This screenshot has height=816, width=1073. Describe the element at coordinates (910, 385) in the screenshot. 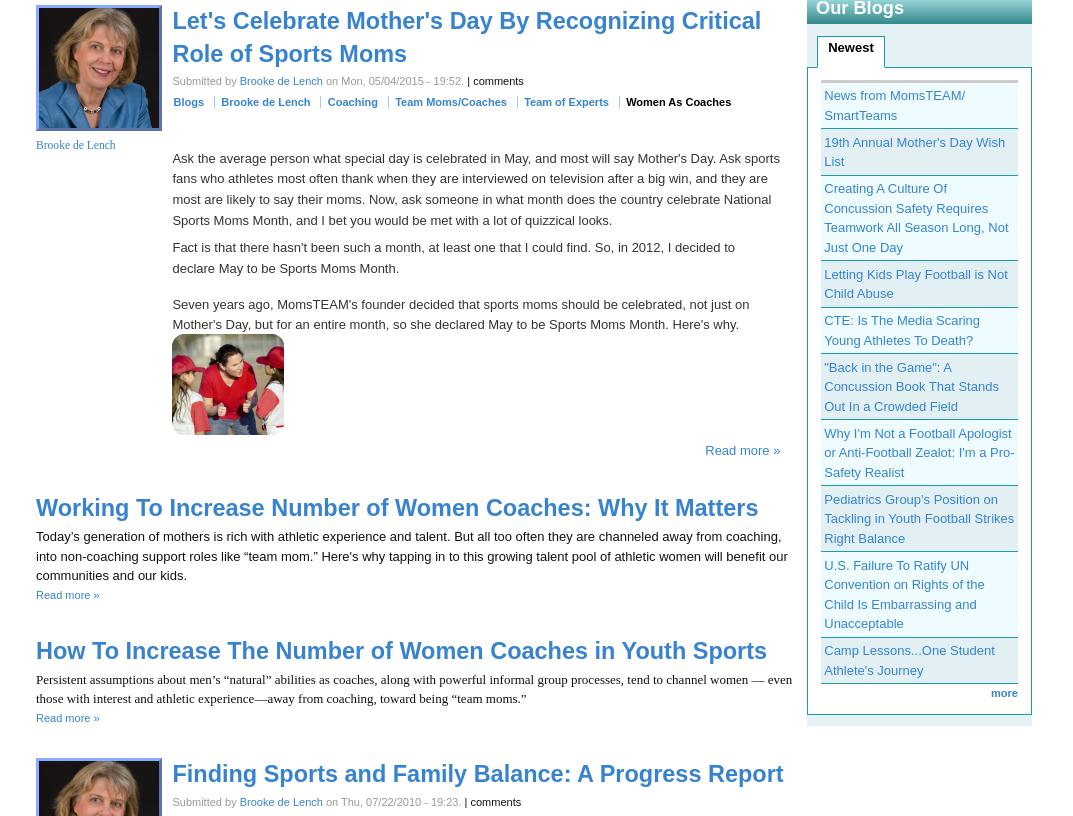

I see `'"Back in the Game": A Concussion Book That Stands Out In a Crowded Field'` at that location.